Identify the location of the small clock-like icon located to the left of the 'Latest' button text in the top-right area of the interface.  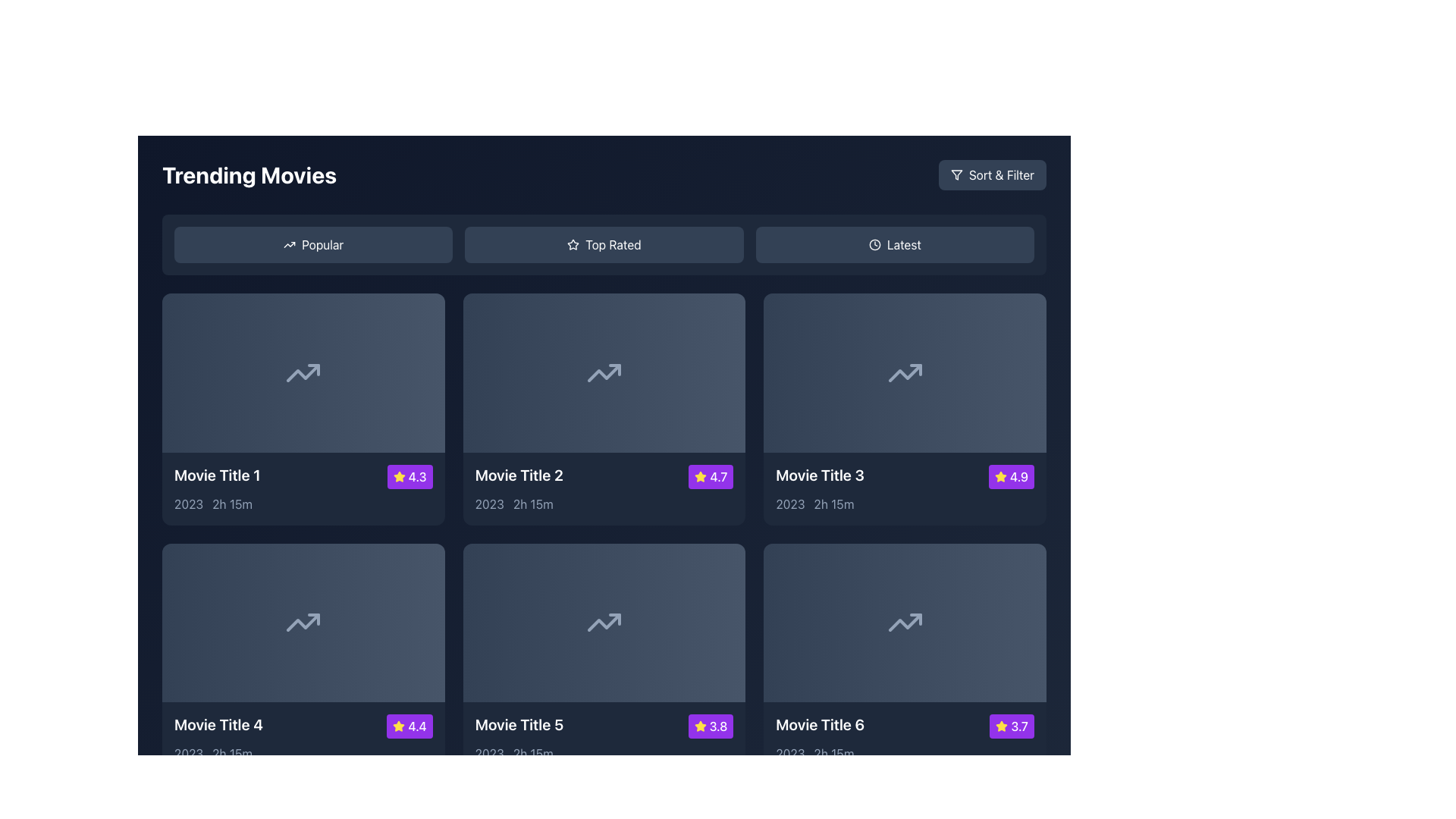
(874, 244).